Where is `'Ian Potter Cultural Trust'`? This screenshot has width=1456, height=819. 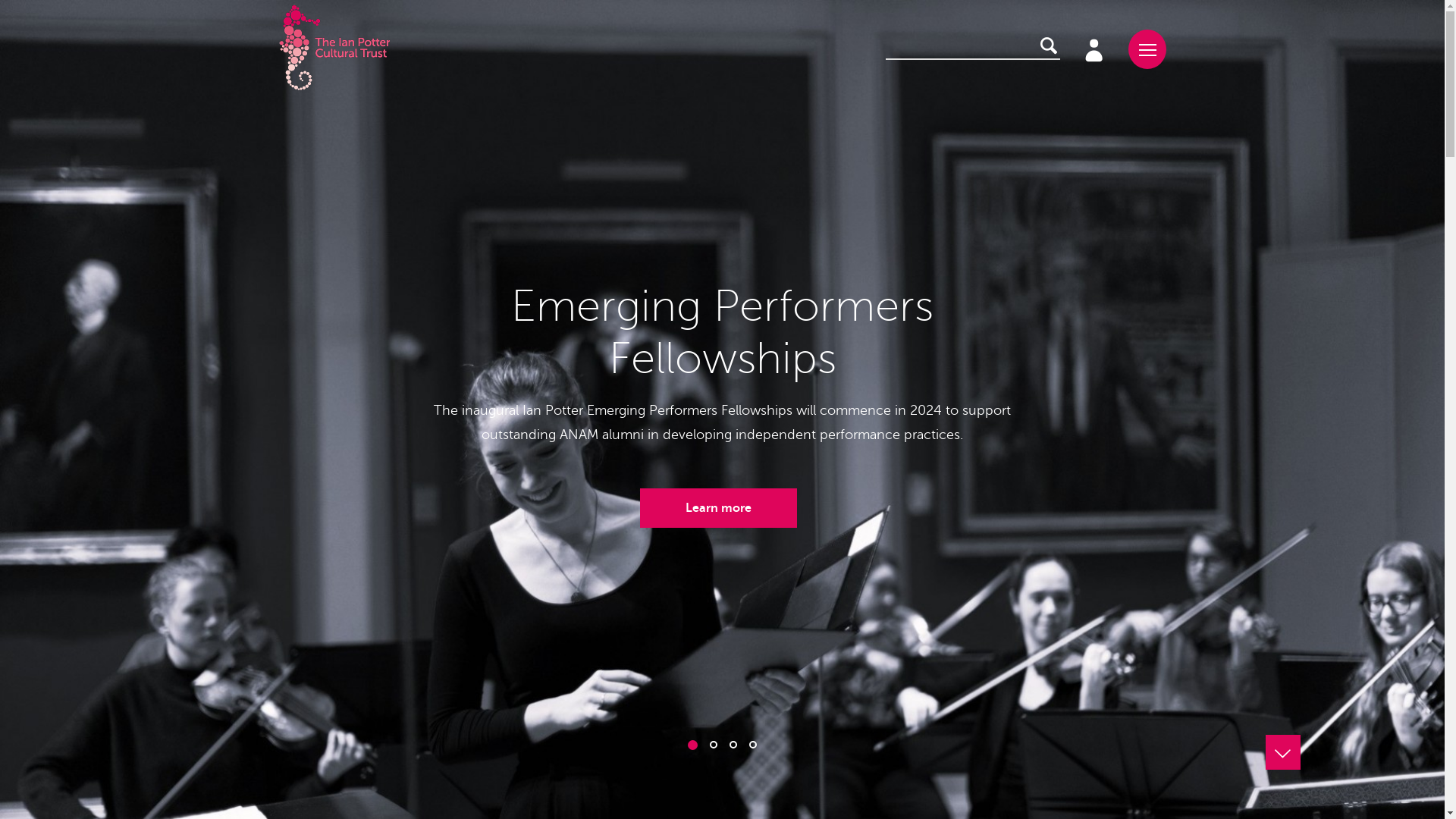
'Ian Potter Cultural Trust' is located at coordinates (334, 48).